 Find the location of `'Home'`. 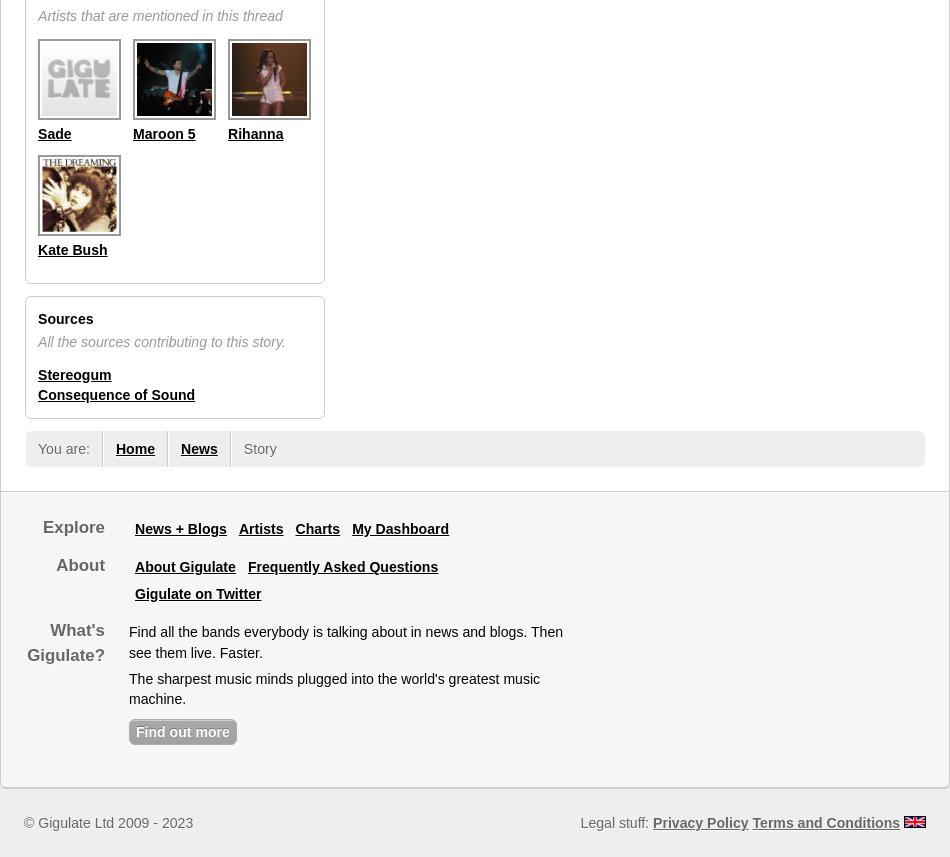

'Home' is located at coordinates (134, 447).